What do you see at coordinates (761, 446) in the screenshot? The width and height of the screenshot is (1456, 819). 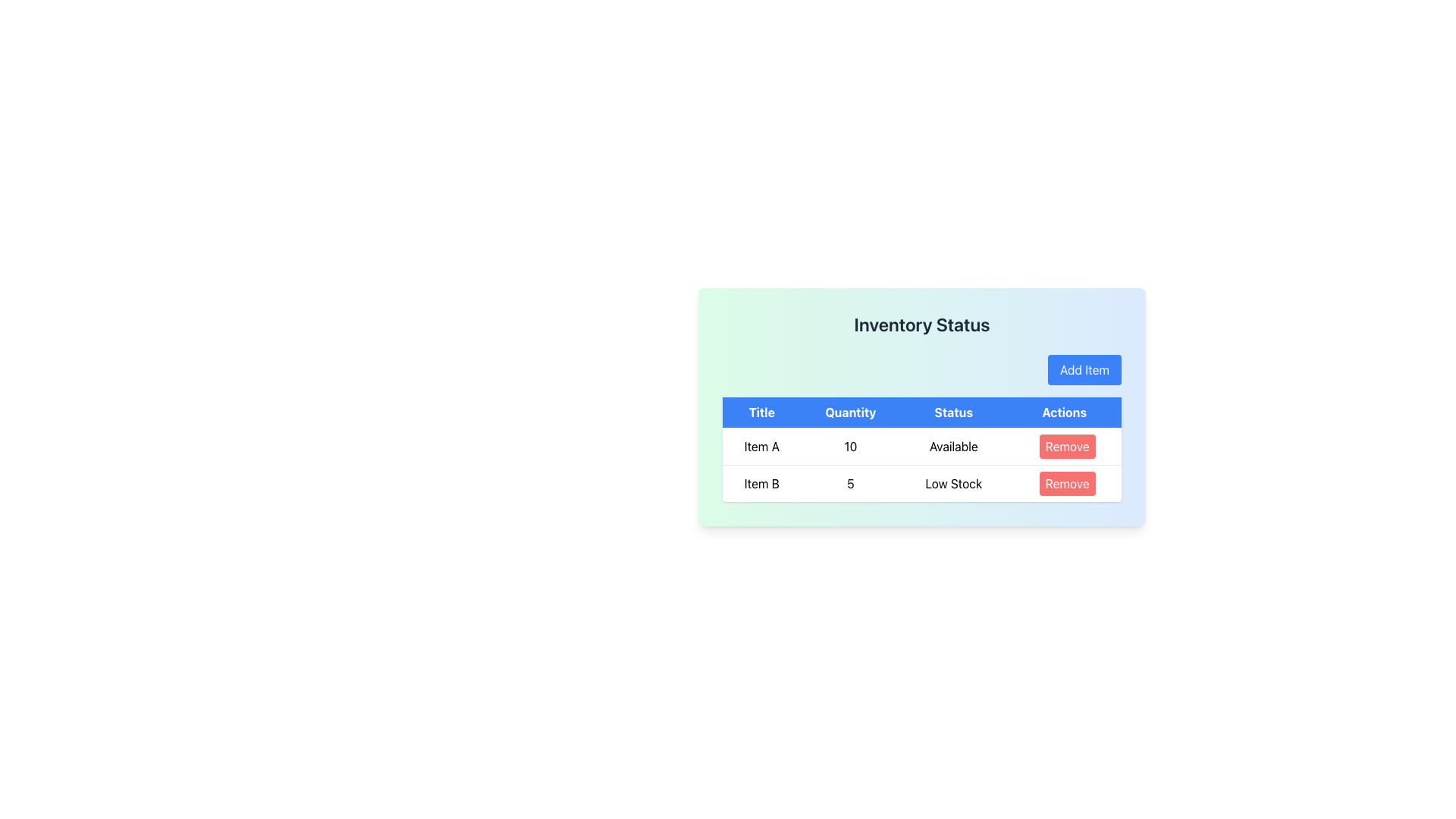 I see `the text element displaying the name or identification title of an item in the first row of the table under the 'Title' header` at bounding box center [761, 446].